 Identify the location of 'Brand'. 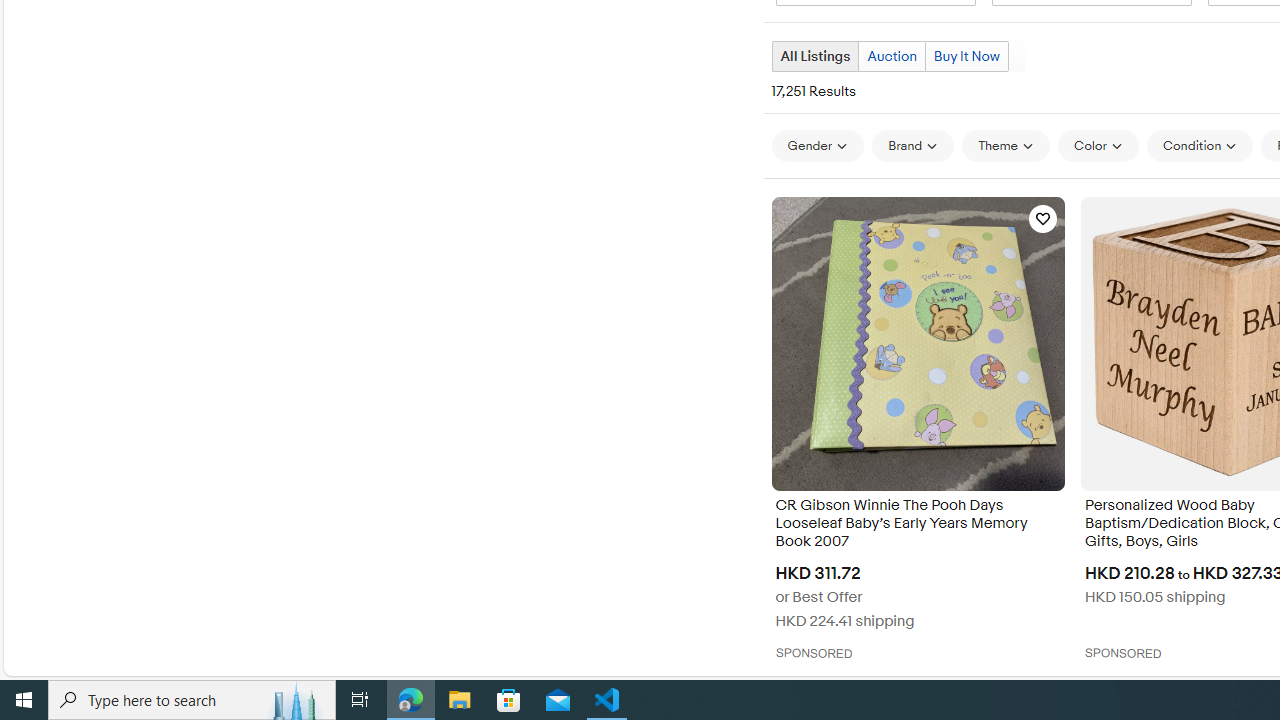
(912, 145).